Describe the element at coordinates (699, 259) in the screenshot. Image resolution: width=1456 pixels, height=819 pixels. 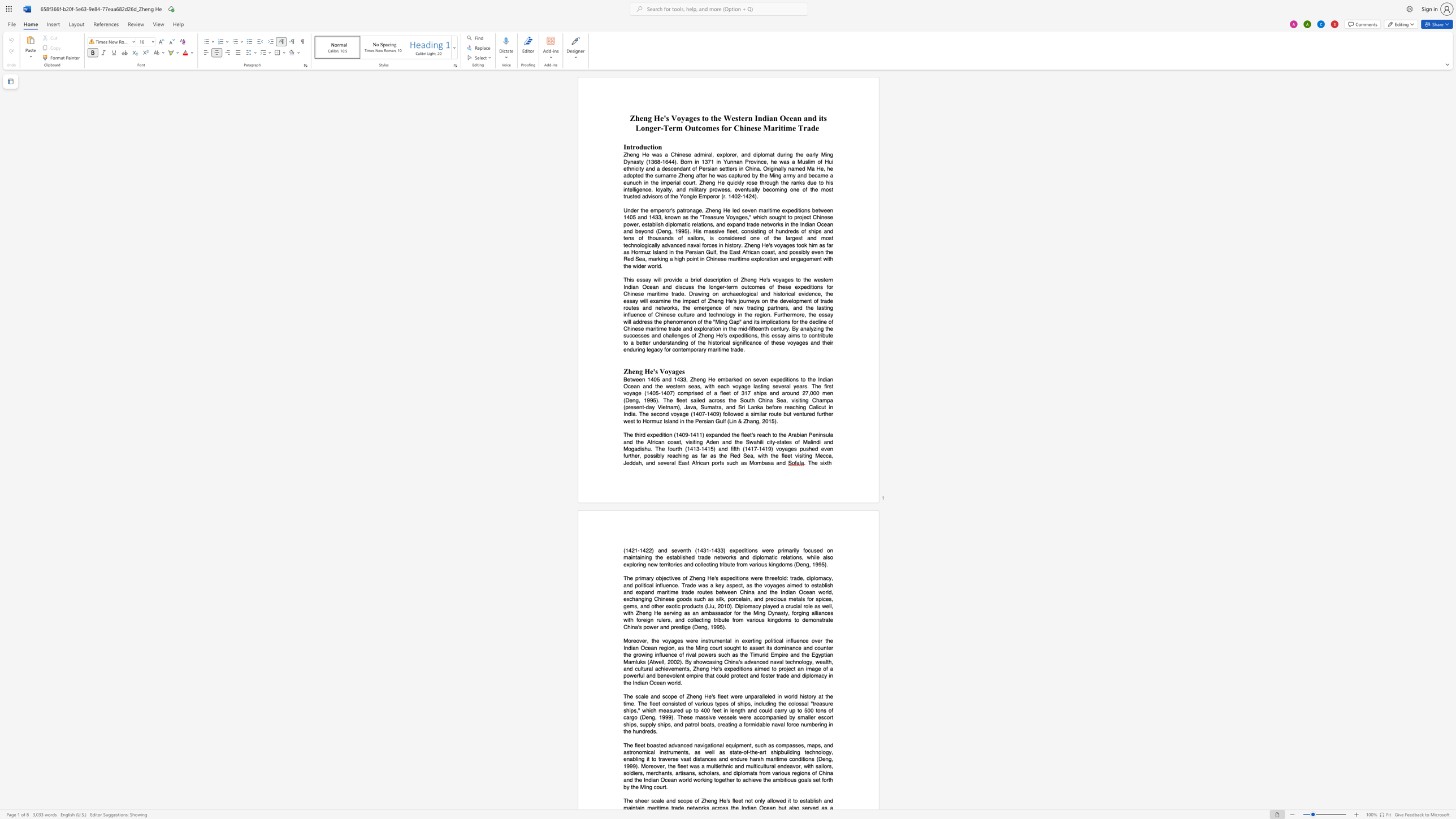
I see `the subset text "in Chinese maritime exploration and engagement with t" within the text "the Red Sea, marking a high point in Chinese maritime exploration and engagement with the wider world."` at that location.